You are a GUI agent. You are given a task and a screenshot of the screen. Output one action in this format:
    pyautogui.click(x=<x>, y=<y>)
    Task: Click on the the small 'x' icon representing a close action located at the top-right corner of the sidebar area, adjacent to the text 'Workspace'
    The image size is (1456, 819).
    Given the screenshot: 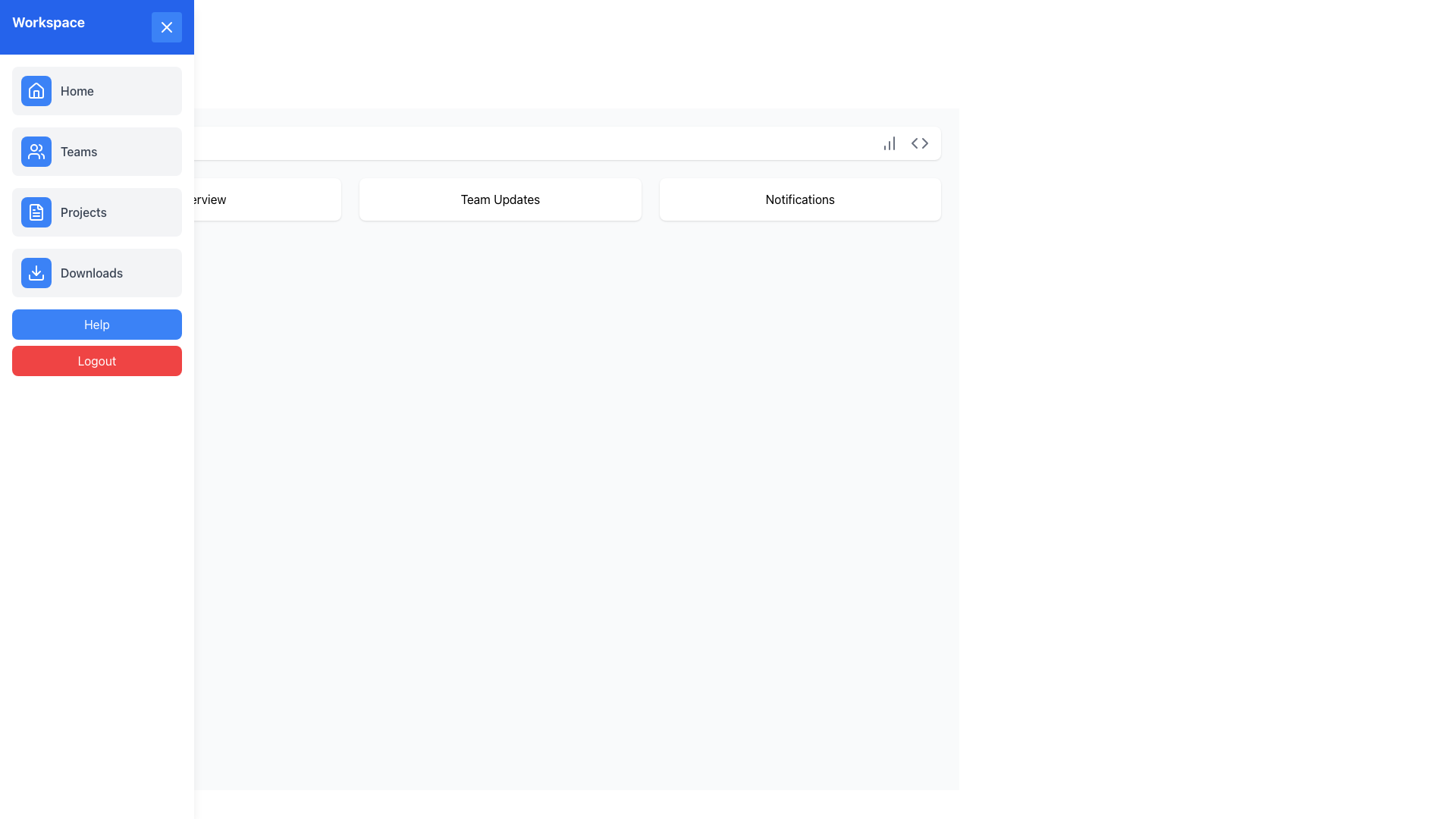 What is the action you would take?
    pyautogui.click(x=30, y=30)
    